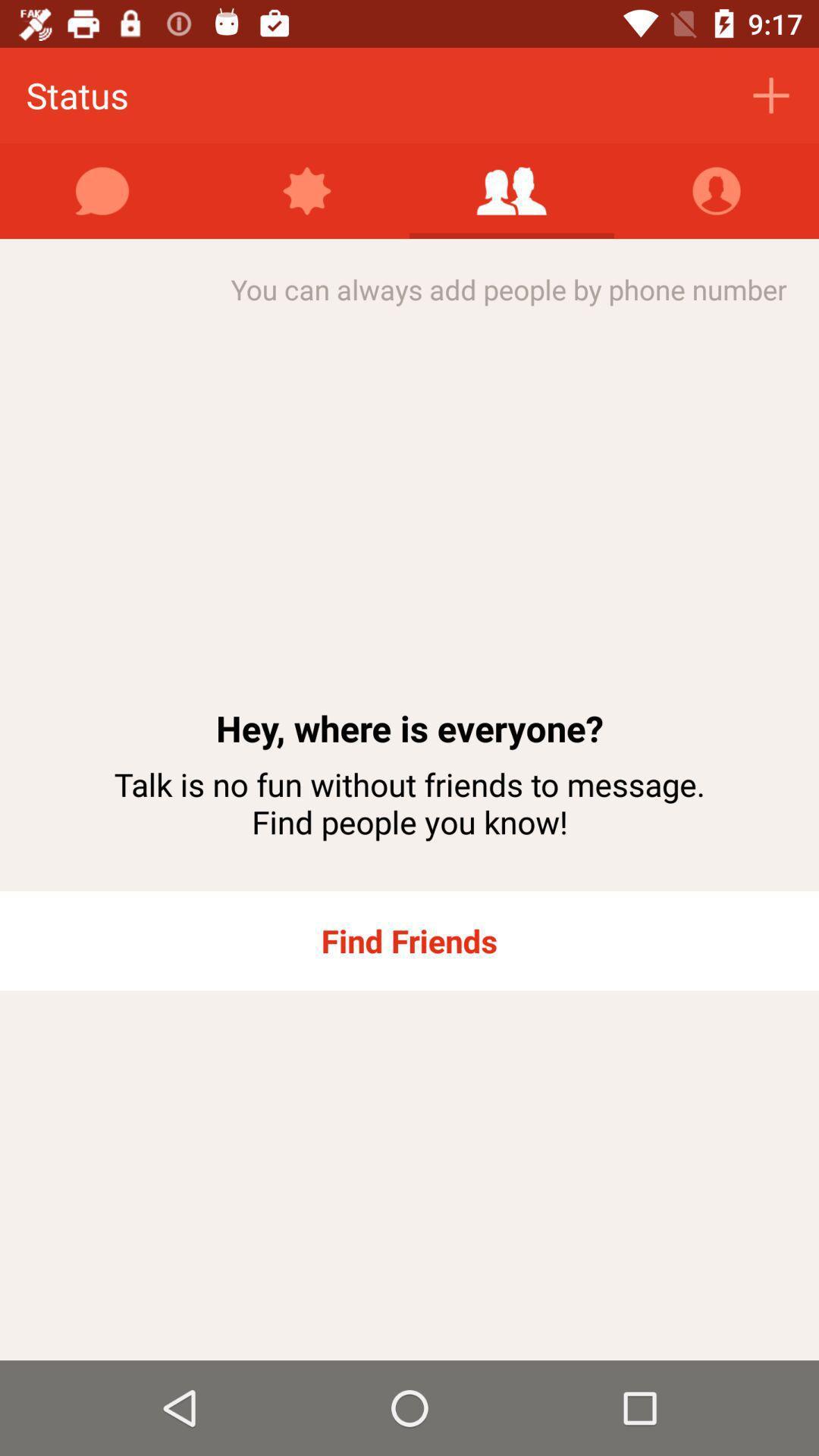 The image size is (819, 1456). I want to click on my profile, so click(717, 190).